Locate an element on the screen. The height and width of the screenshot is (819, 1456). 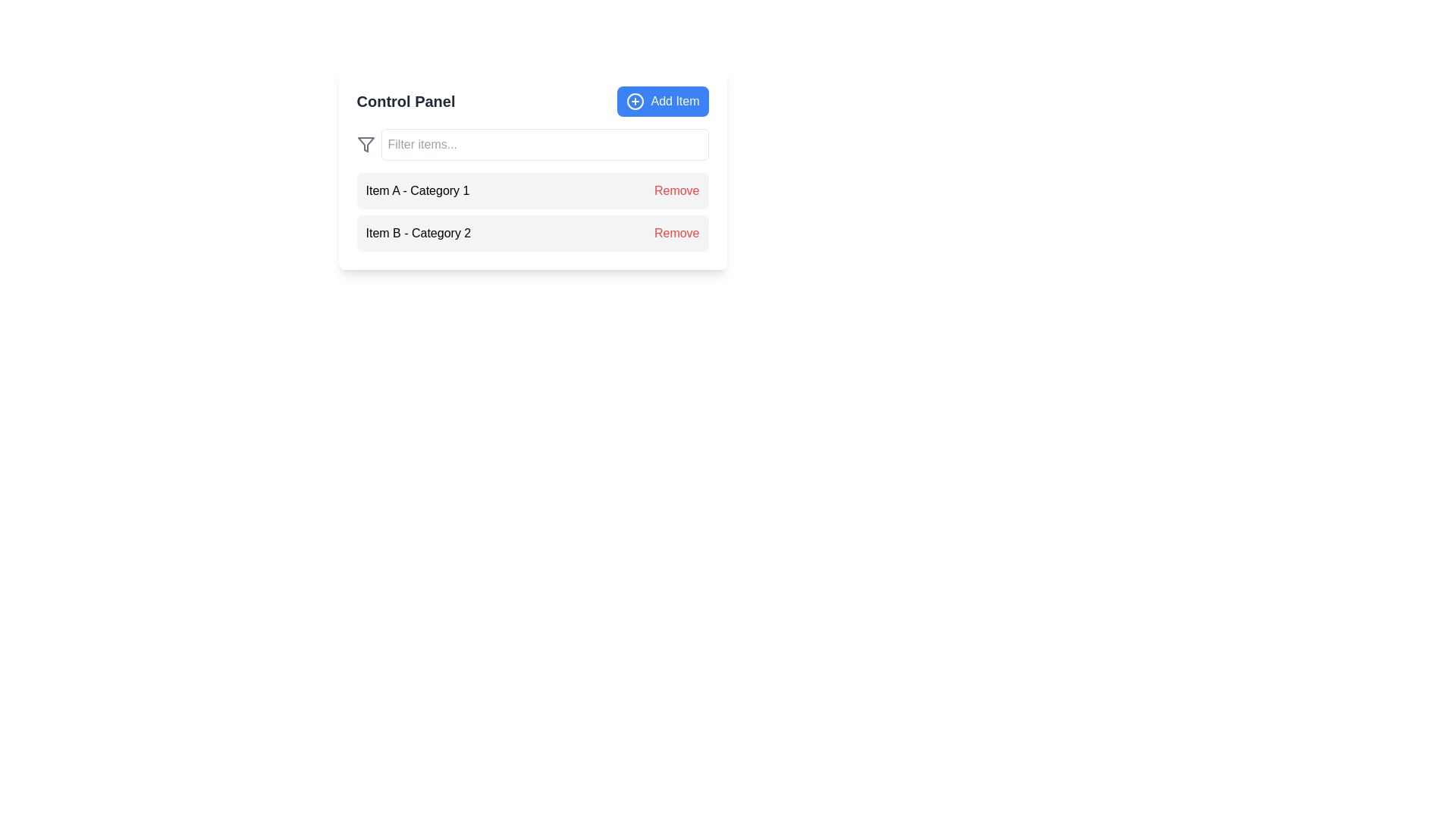
the removal button for 'Item B - Category 2' is located at coordinates (676, 234).